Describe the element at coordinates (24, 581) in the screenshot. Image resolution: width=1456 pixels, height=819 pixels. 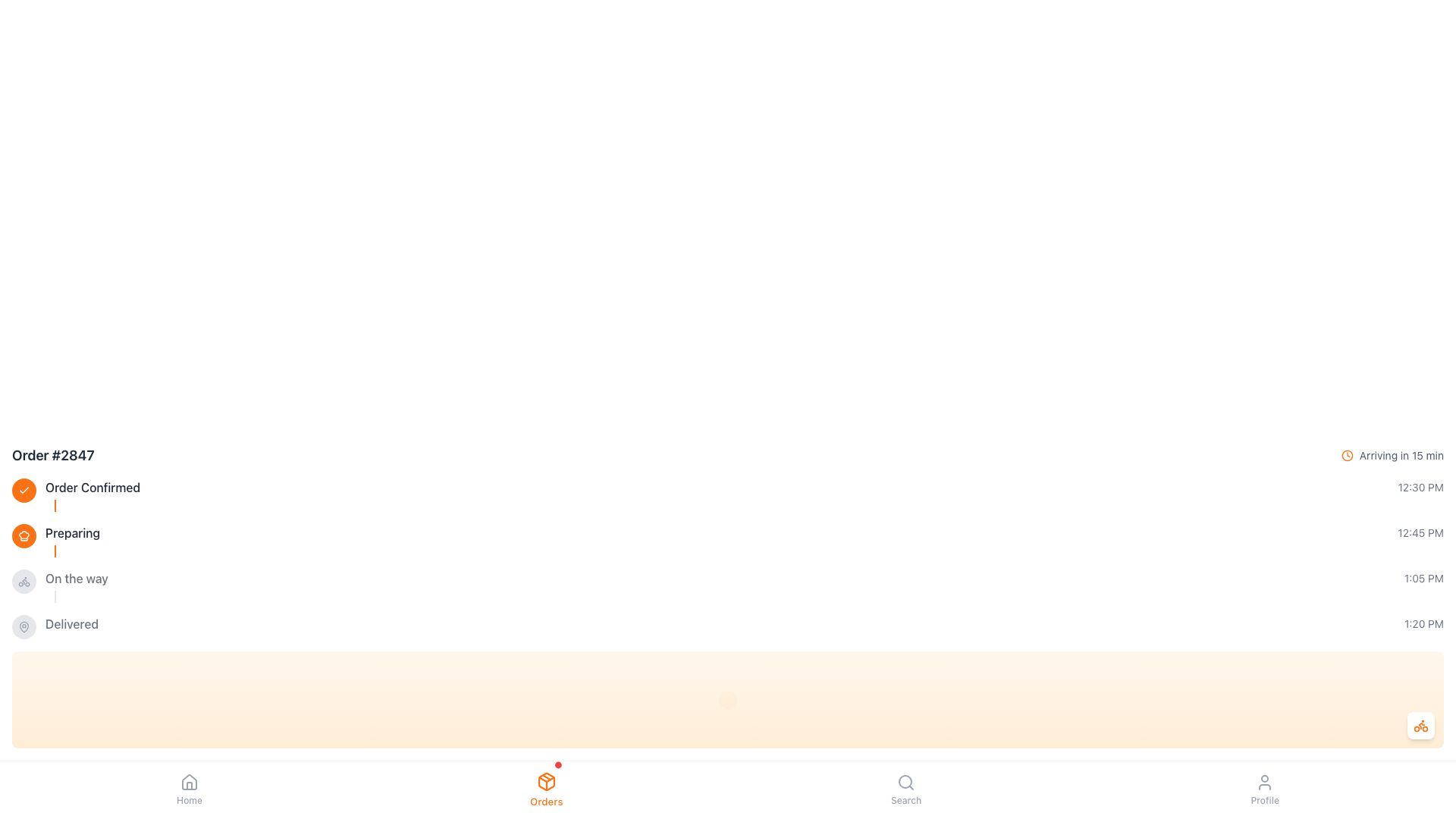
I see `the 'On the way' status icon, which is represented by a bike symbol located in the vertical list of order statuses under 'Order #2847'` at that location.